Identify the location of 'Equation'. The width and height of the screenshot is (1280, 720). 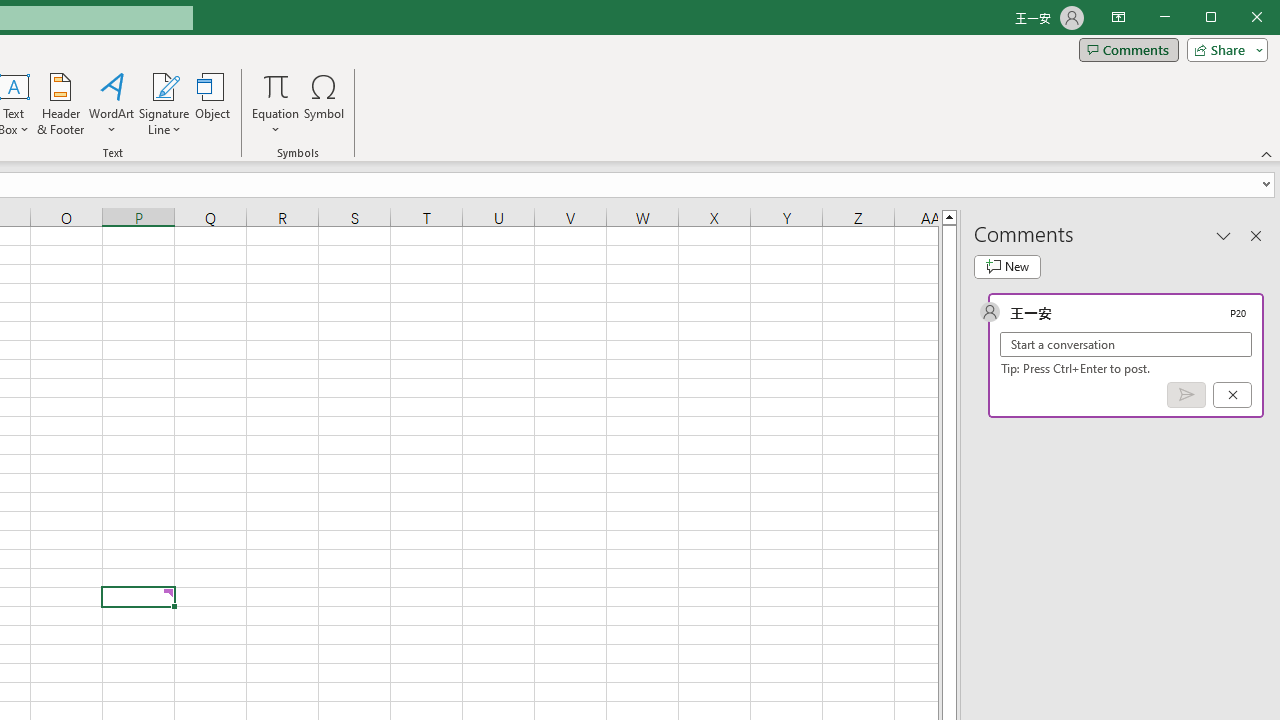
(274, 104).